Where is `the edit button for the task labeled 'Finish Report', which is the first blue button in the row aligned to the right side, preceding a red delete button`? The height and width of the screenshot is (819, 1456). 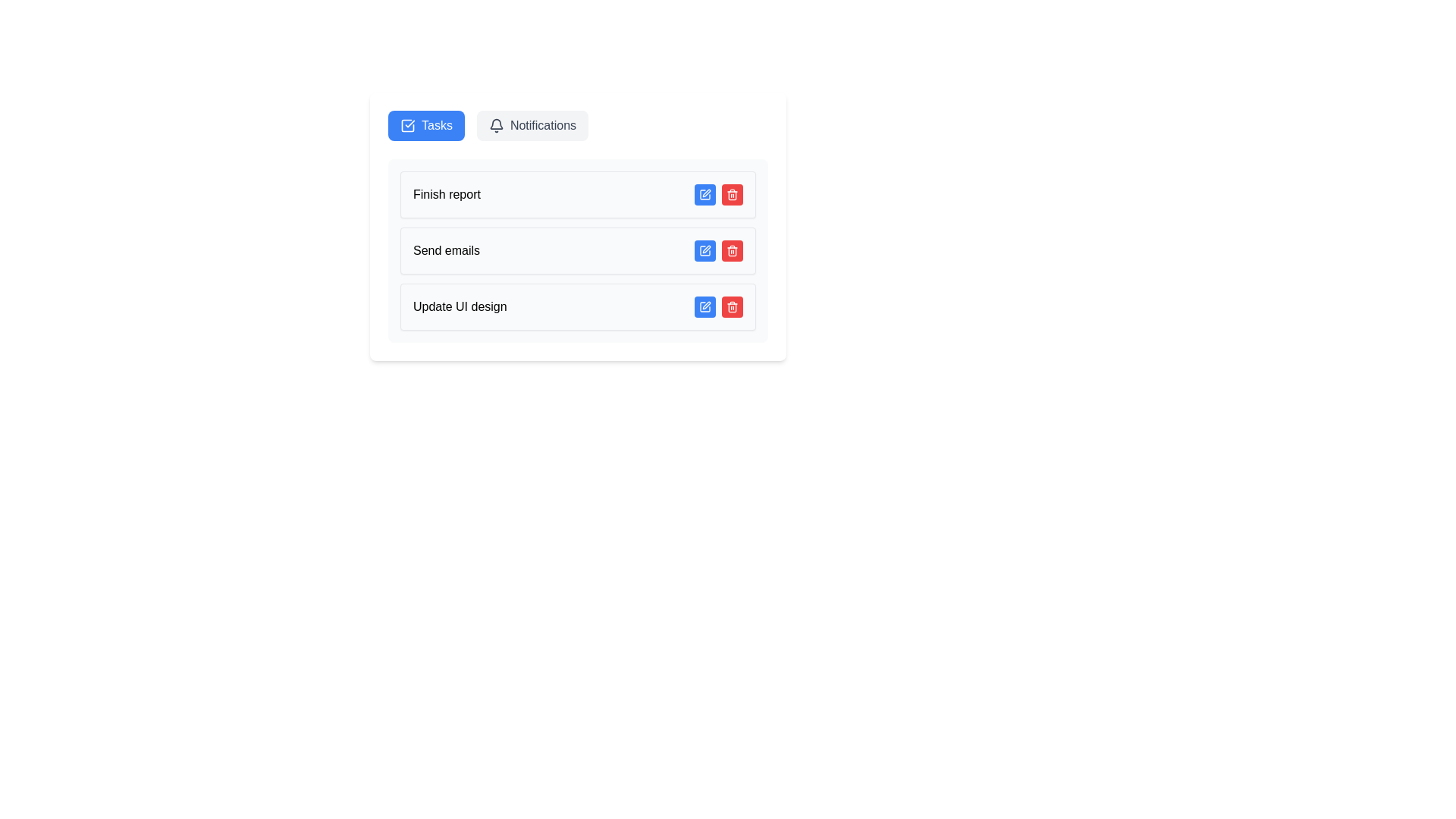 the edit button for the task labeled 'Finish Report', which is the first blue button in the row aligned to the right side, preceding a red delete button is located at coordinates (704, 194).